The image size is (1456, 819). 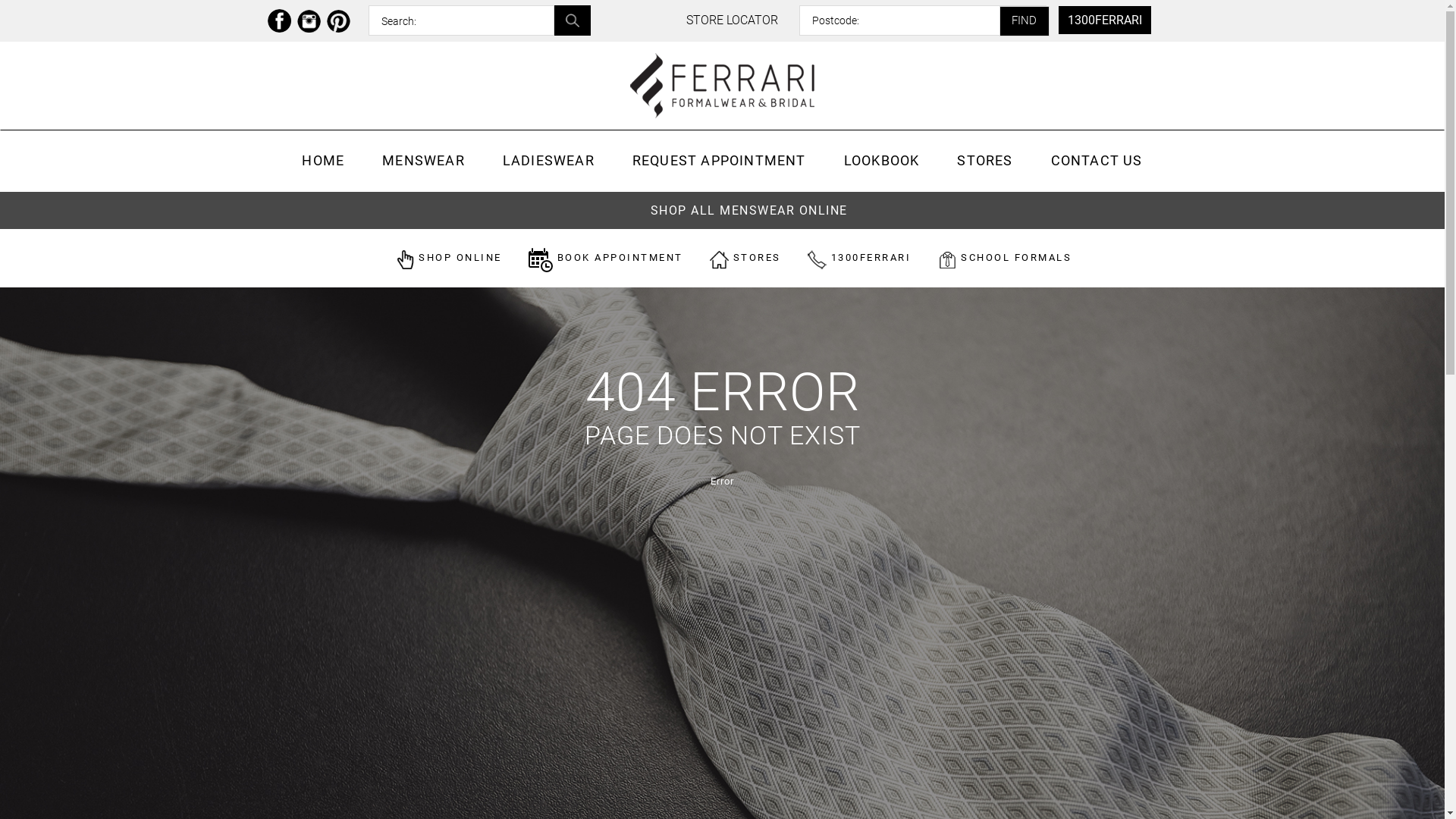 I want to click on 'SHOP ALL MENSWEAR ONLINE', so click(x=749, y=210).